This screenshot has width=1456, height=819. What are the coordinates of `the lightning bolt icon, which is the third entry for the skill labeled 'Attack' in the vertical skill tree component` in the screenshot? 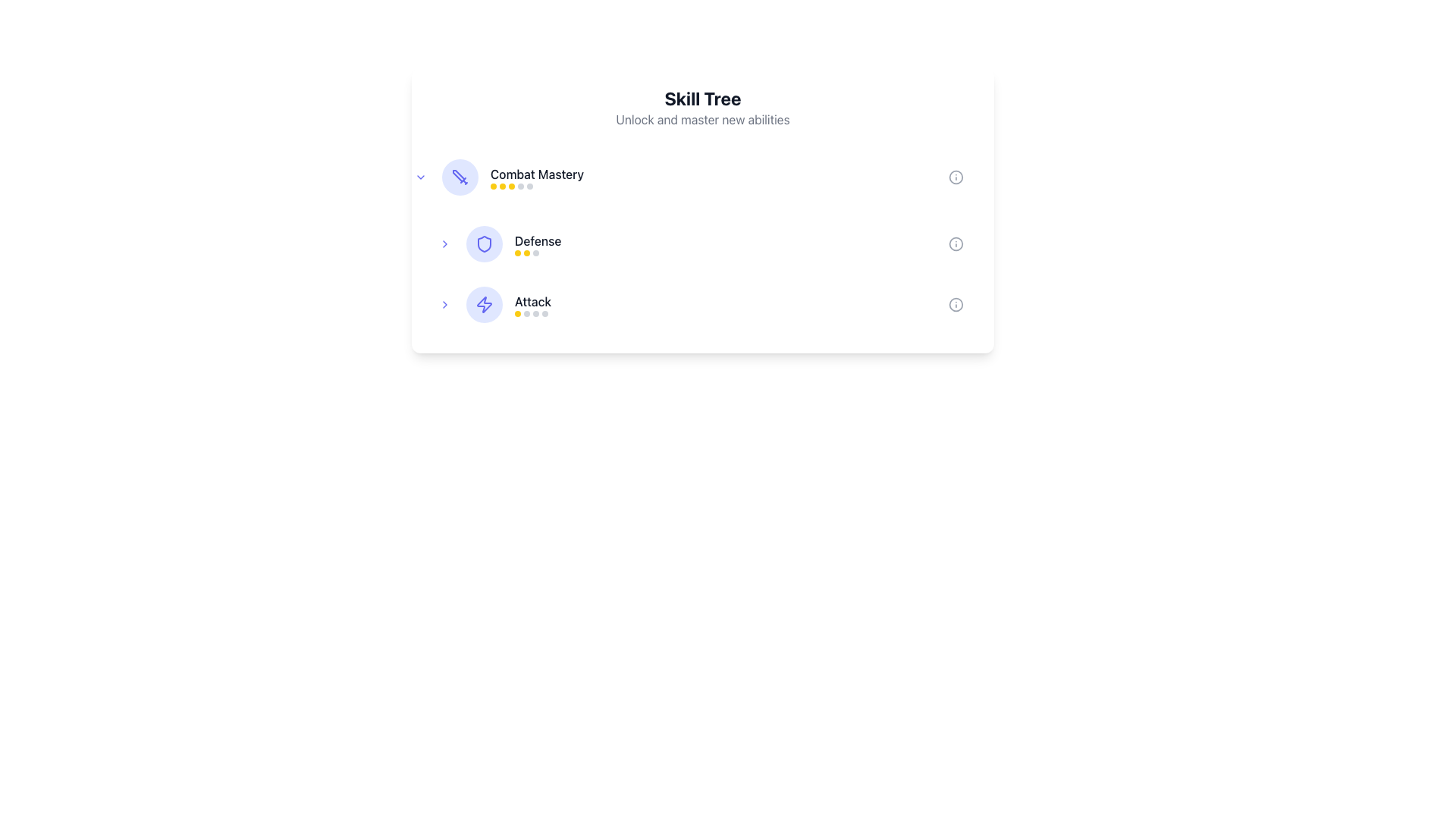 It's located at (483, 304).